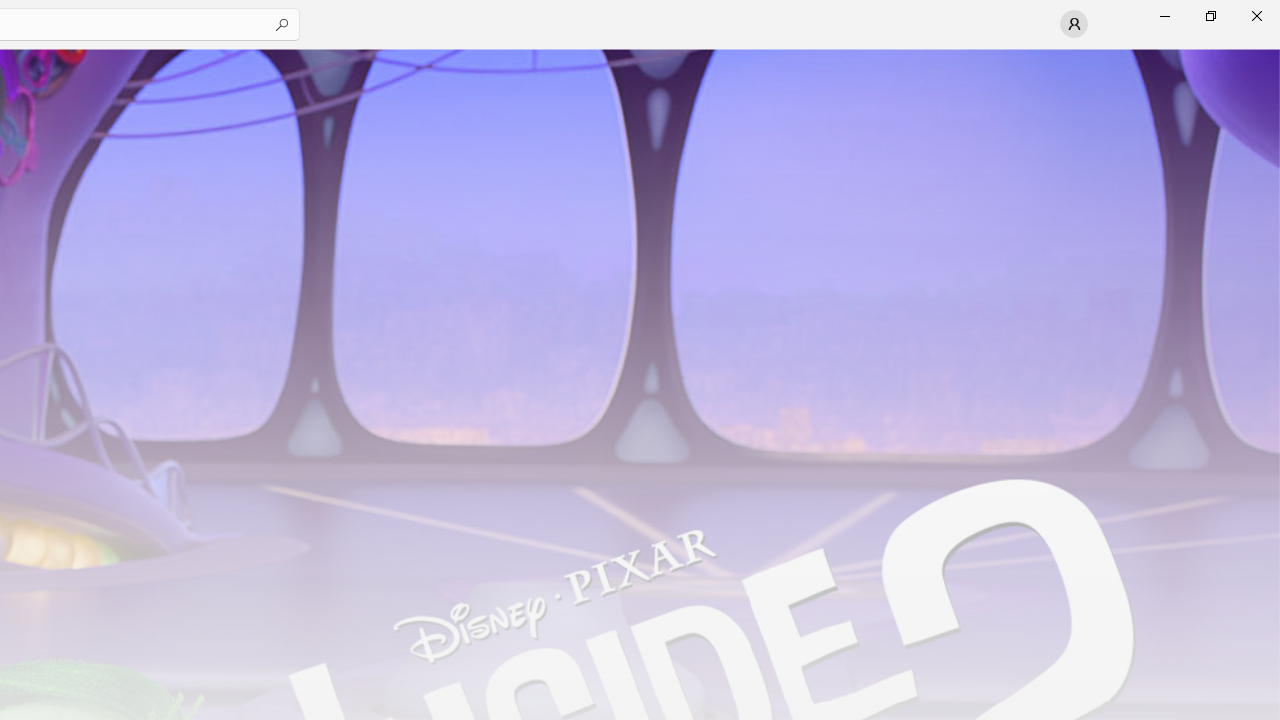 This screenshot has width=1280, height=720. I want to click on 'User profile', so click(1072, 24).